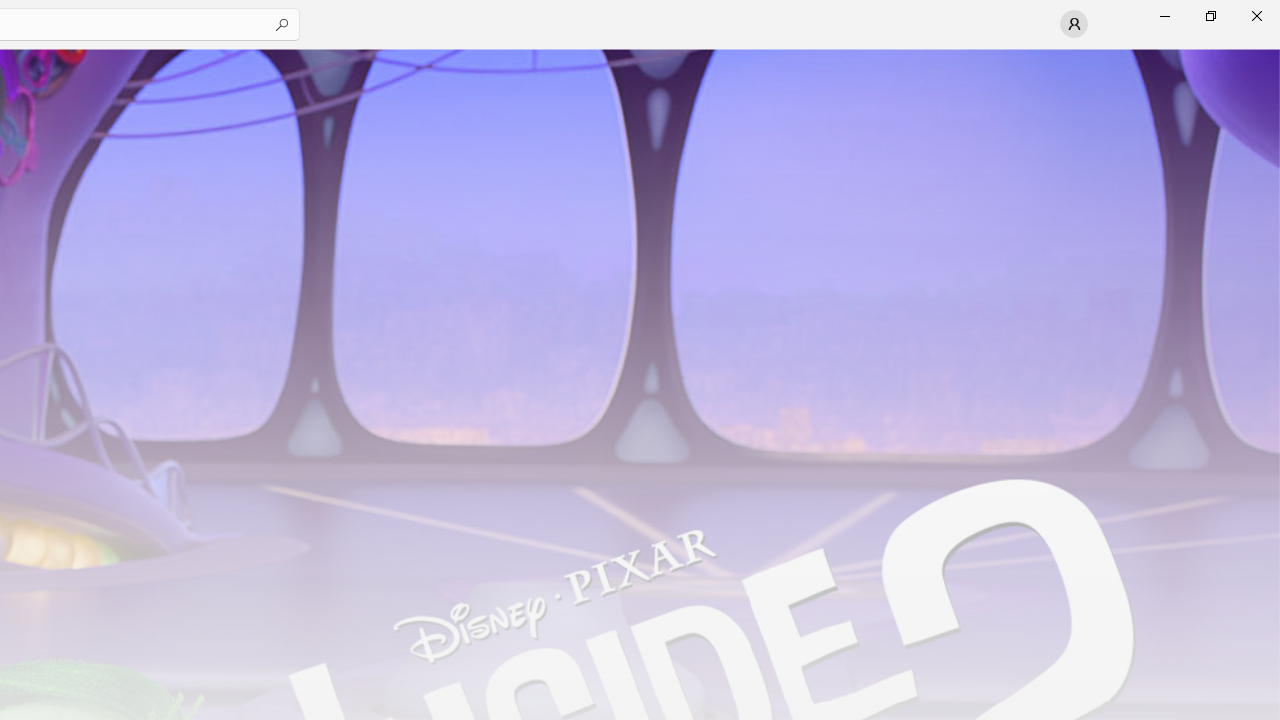 This screenshot has width=1280, height=720. I want to click on 'User profile', so click(1072, 24).